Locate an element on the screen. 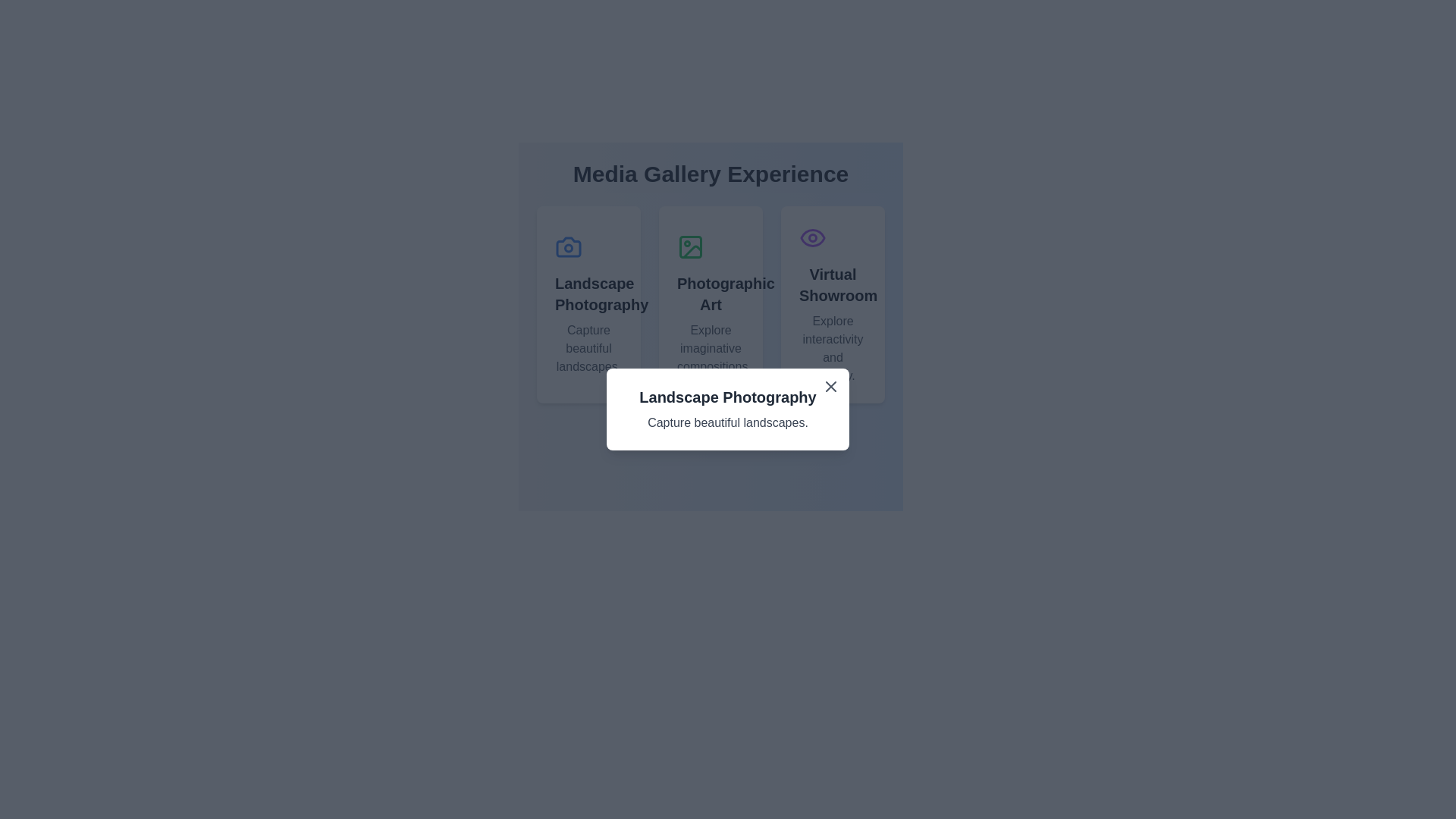 The image size is (1456, 819). text label that says 'Landscape Photography', which is styled in bold and positioned at the top of a card with a white background is located at coordinates (728, 397).